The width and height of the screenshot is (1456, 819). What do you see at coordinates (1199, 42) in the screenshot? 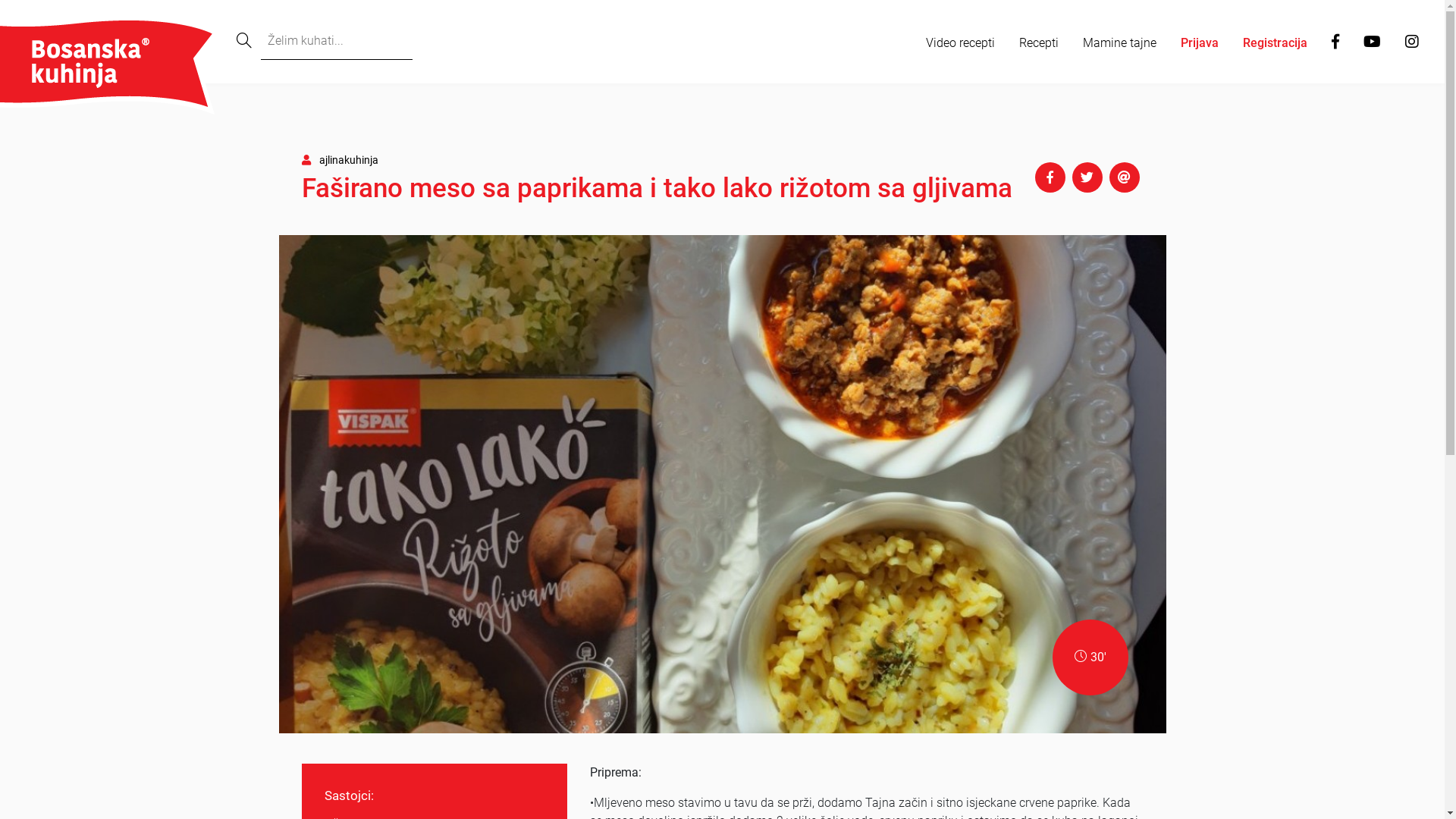
I see `'Prijava'` at bounding box center [1199, 42].